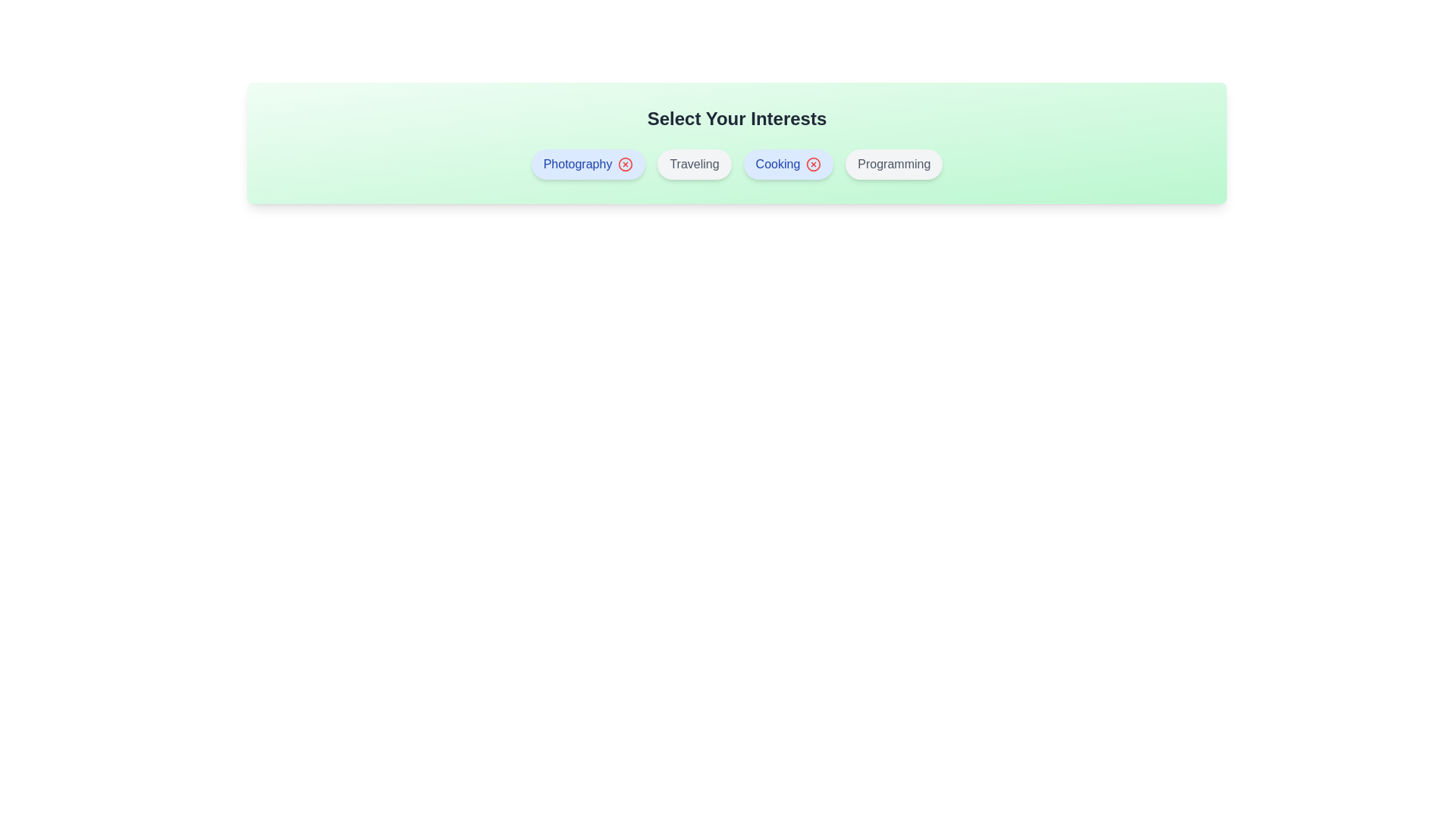  What do you see at coordinates (789, 164) in the screenshot?
I see `the interest Cooking by clicking on its button` at bounding box center [789, 164].